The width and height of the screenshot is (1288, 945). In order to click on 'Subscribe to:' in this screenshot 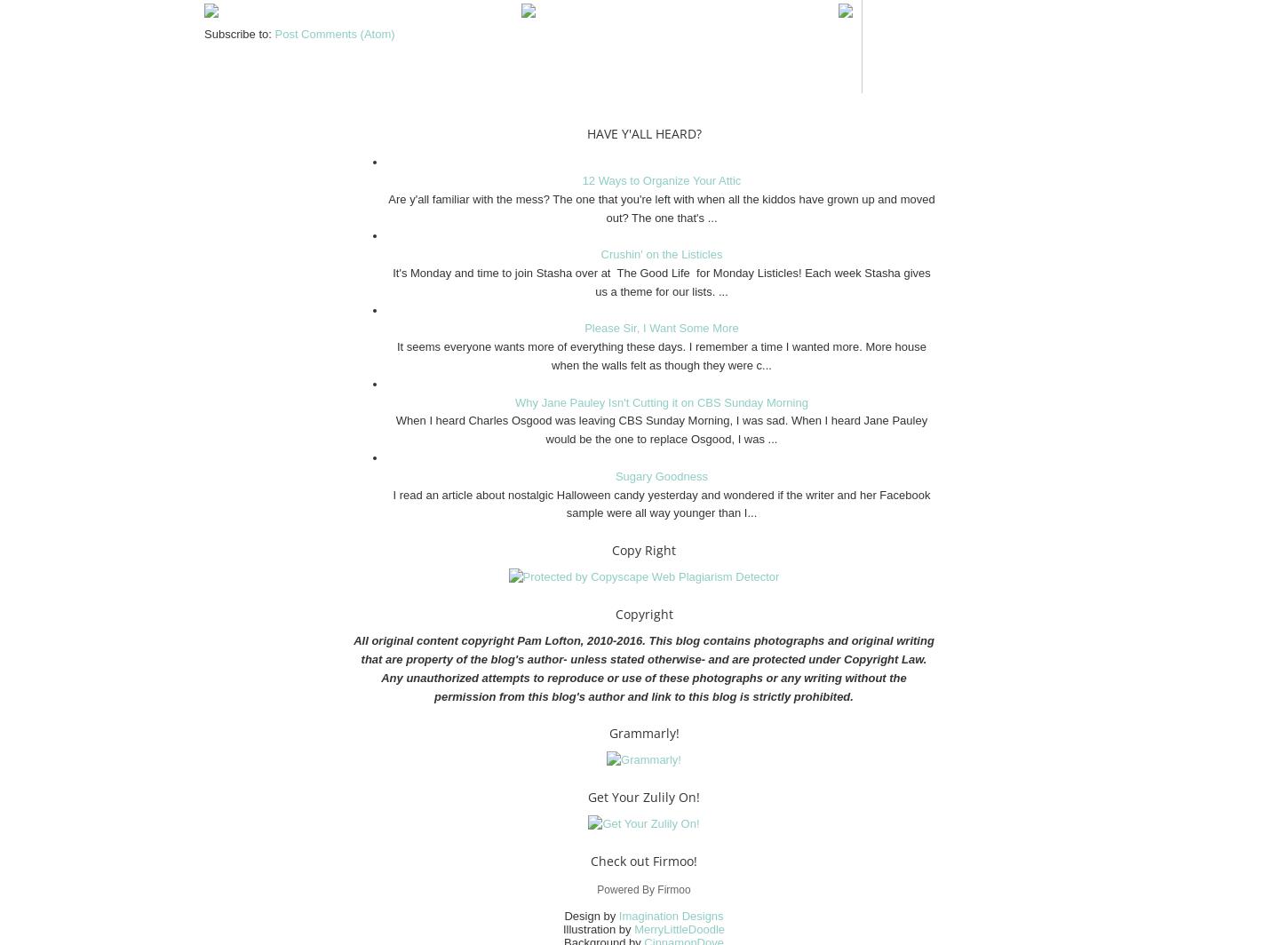, I will do `click(239, 34)`.